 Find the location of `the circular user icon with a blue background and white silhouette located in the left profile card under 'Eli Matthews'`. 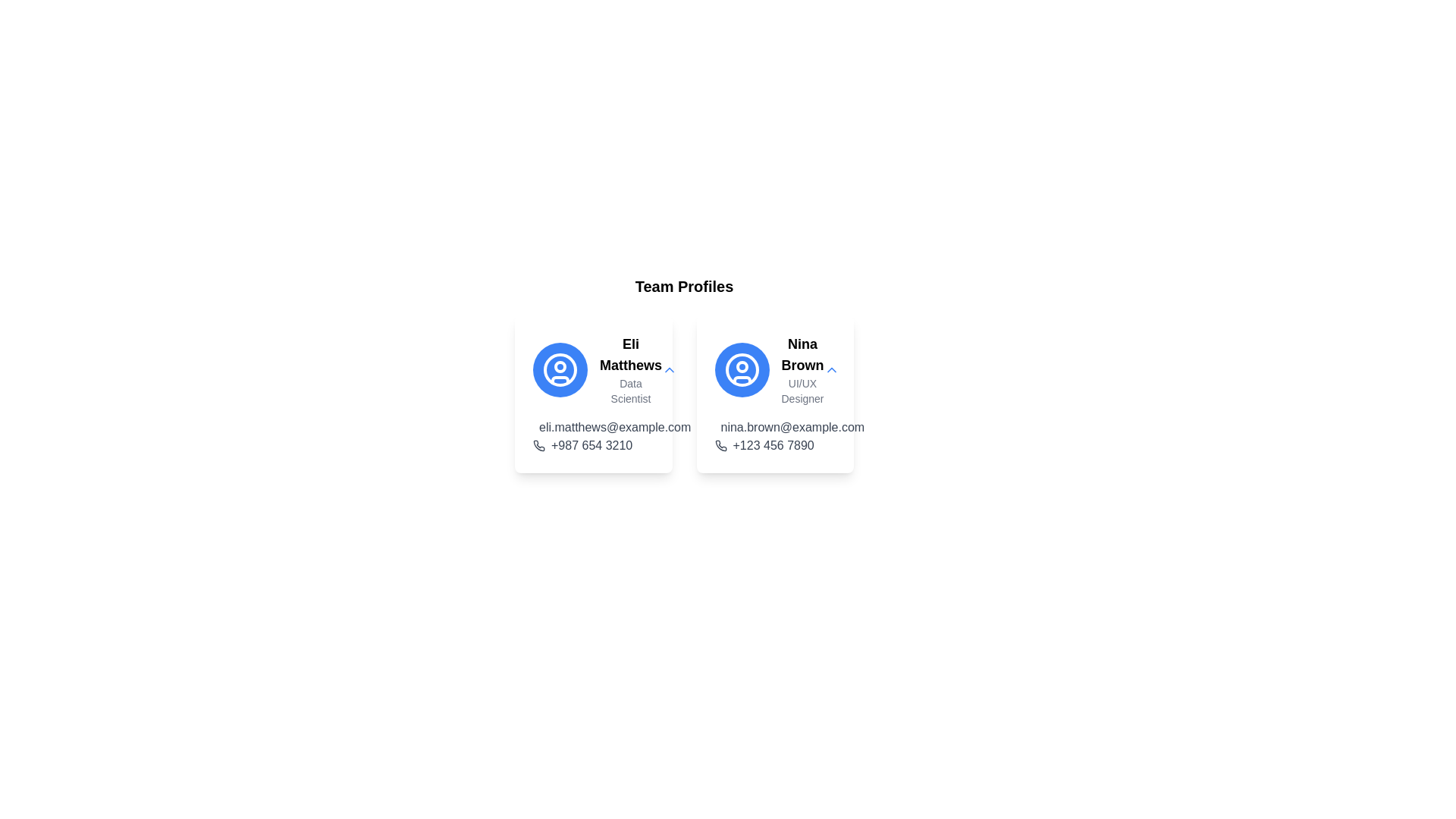

the circular user icon with a blue background and white silhouette located in the left profile card under 'Eli Matthews' is located at coordinates (560, 370).